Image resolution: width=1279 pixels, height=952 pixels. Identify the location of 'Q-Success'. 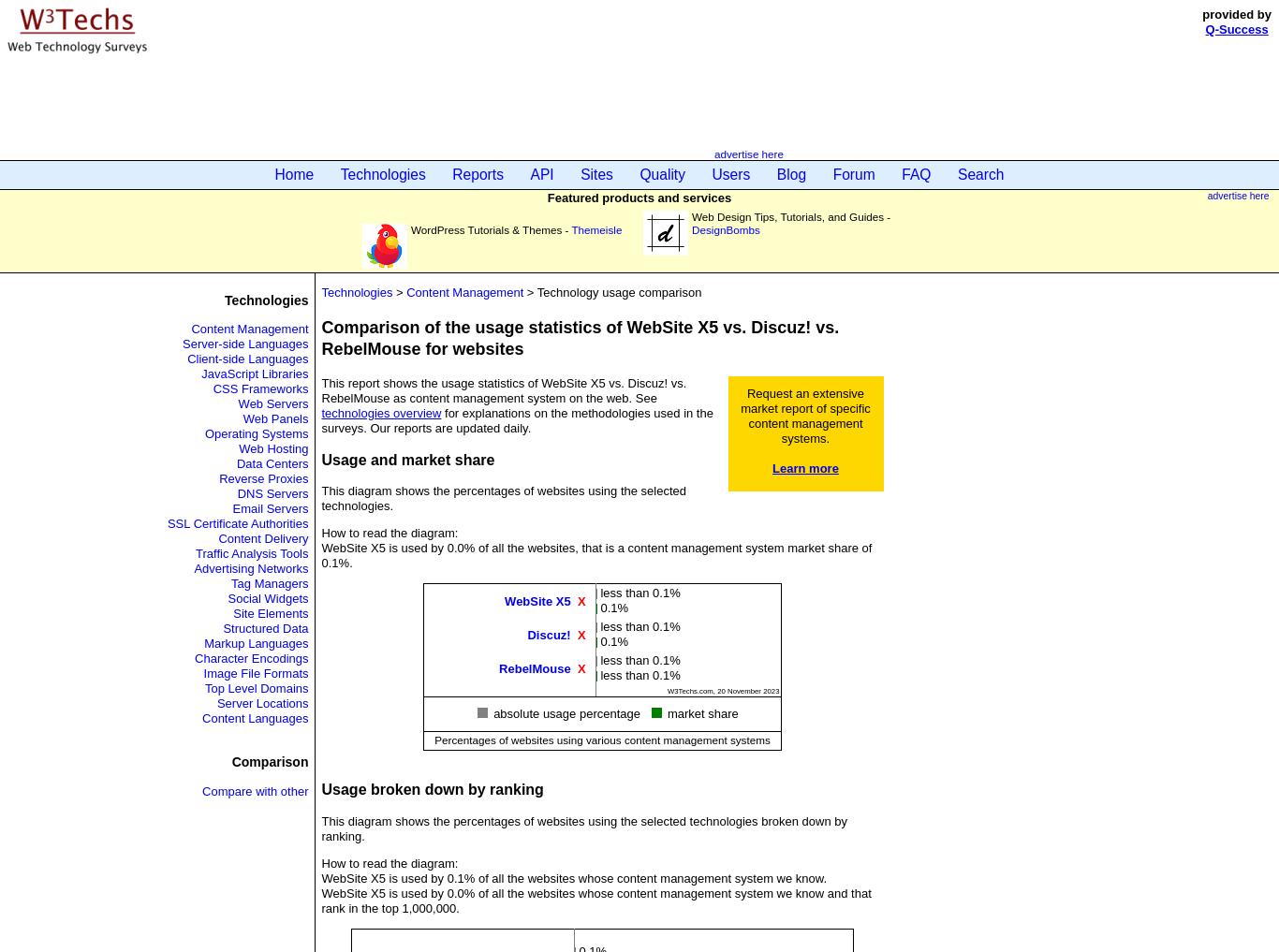
(1235, 28).